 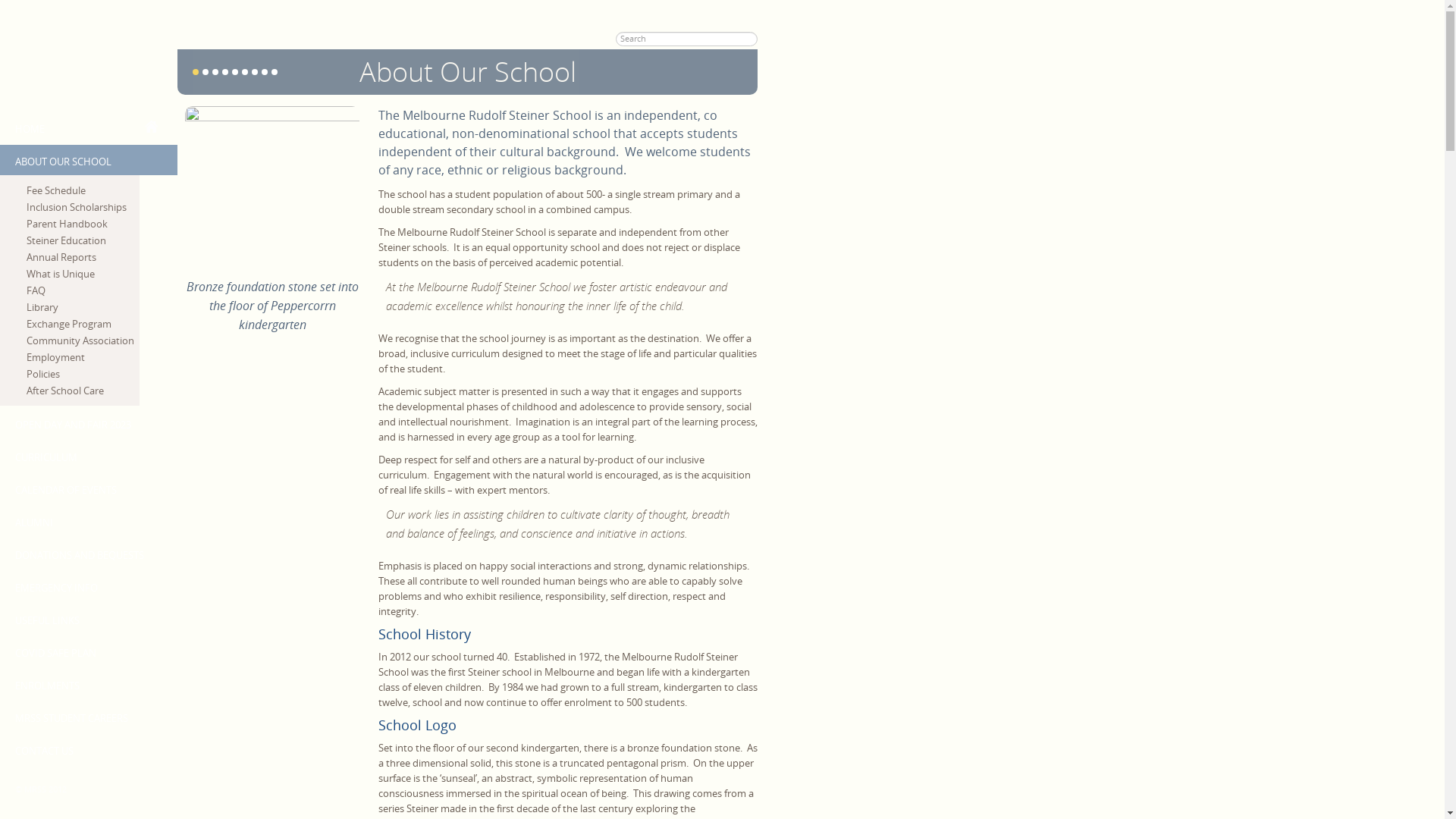 What do you see at coordinates (82, 239) in the screenshot?
I see `'Steiner Education'` at bounding box center [82, 239].